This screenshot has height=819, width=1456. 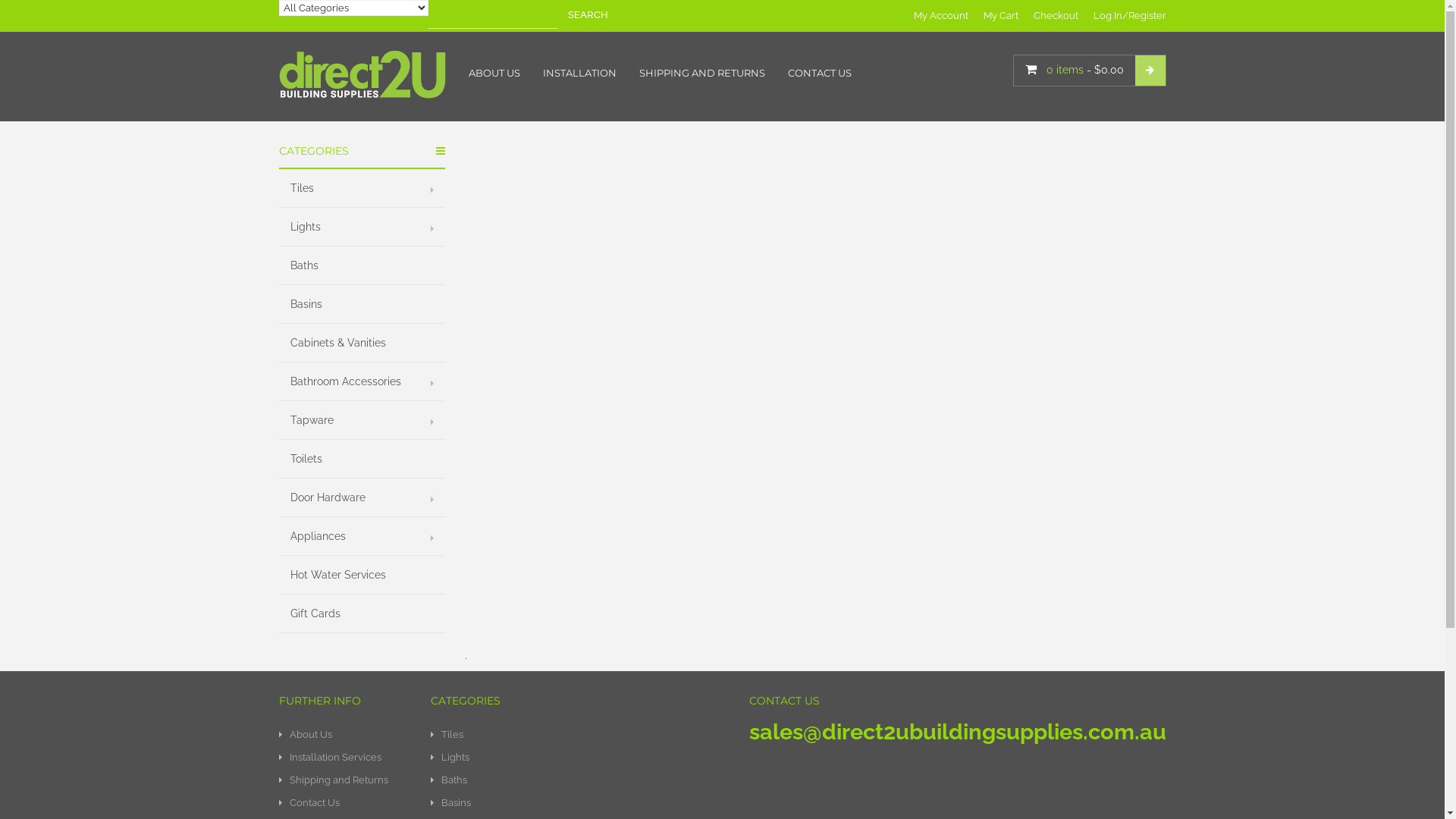 What do you see at coordinates (362, 381) in the screenshot?
I see `'Bathroom Accessories'` at bounding box center [362, 381].